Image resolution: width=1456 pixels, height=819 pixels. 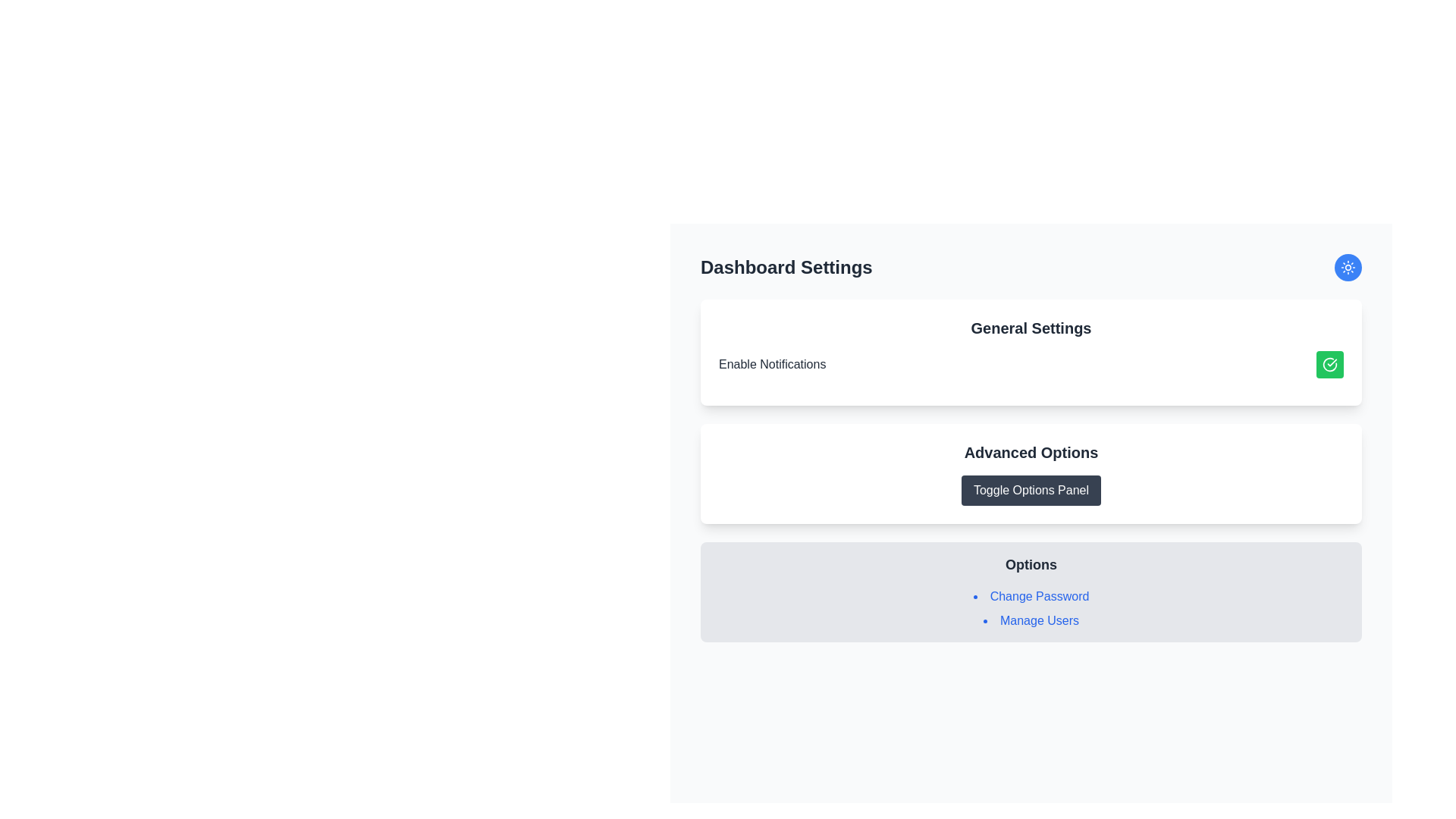 What do you see at coordinates (1031, 365) in the screenshot?
I see `the interactive component button related to enabling notifications` at bounding box center [1031, 365].